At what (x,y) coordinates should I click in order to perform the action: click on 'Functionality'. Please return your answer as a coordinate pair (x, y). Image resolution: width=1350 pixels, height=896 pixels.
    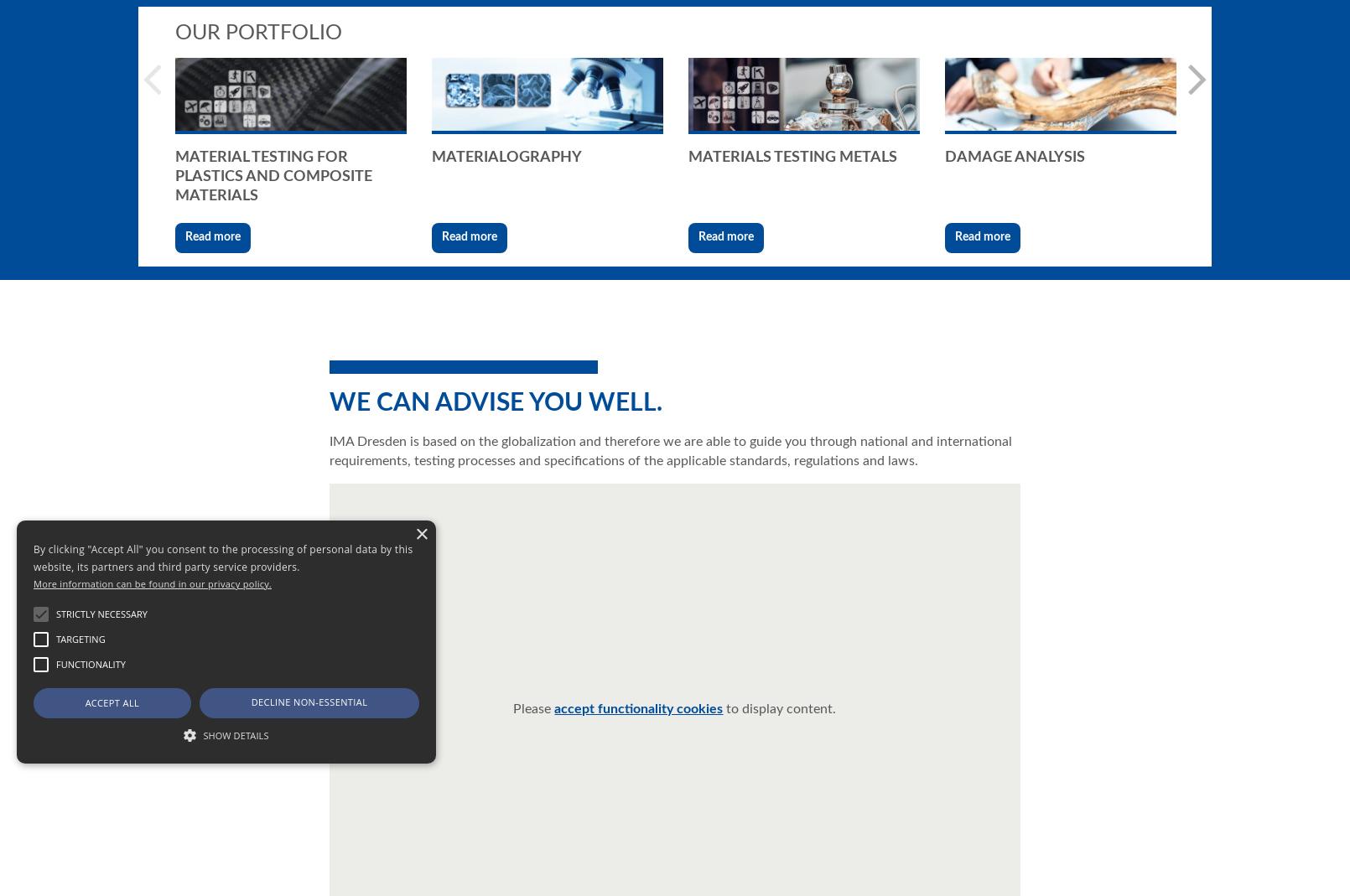
    Looking at the image, I should click on (90, 664).